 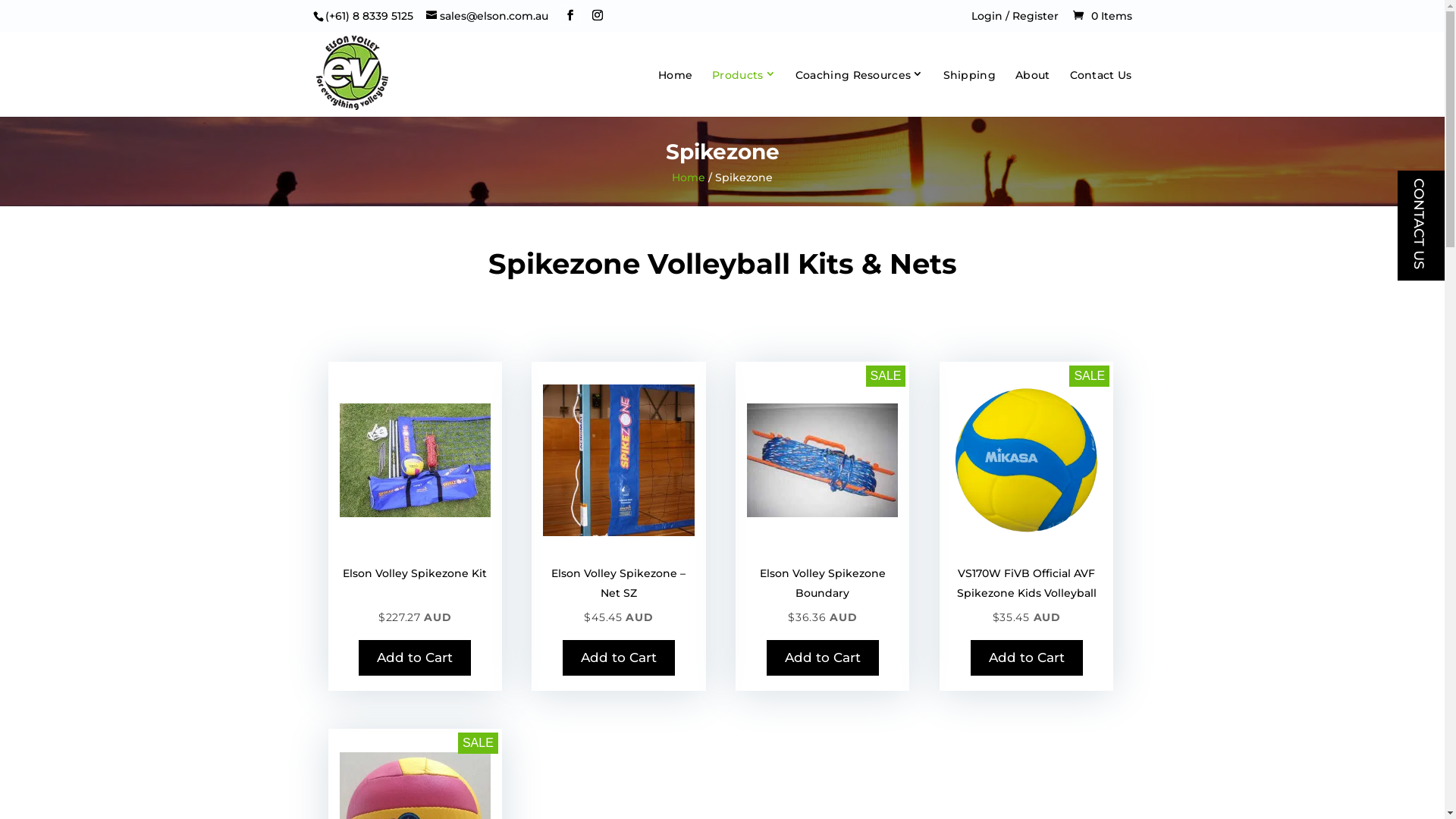 I want to click on 'Spikezone', so click(x=415, y=459).